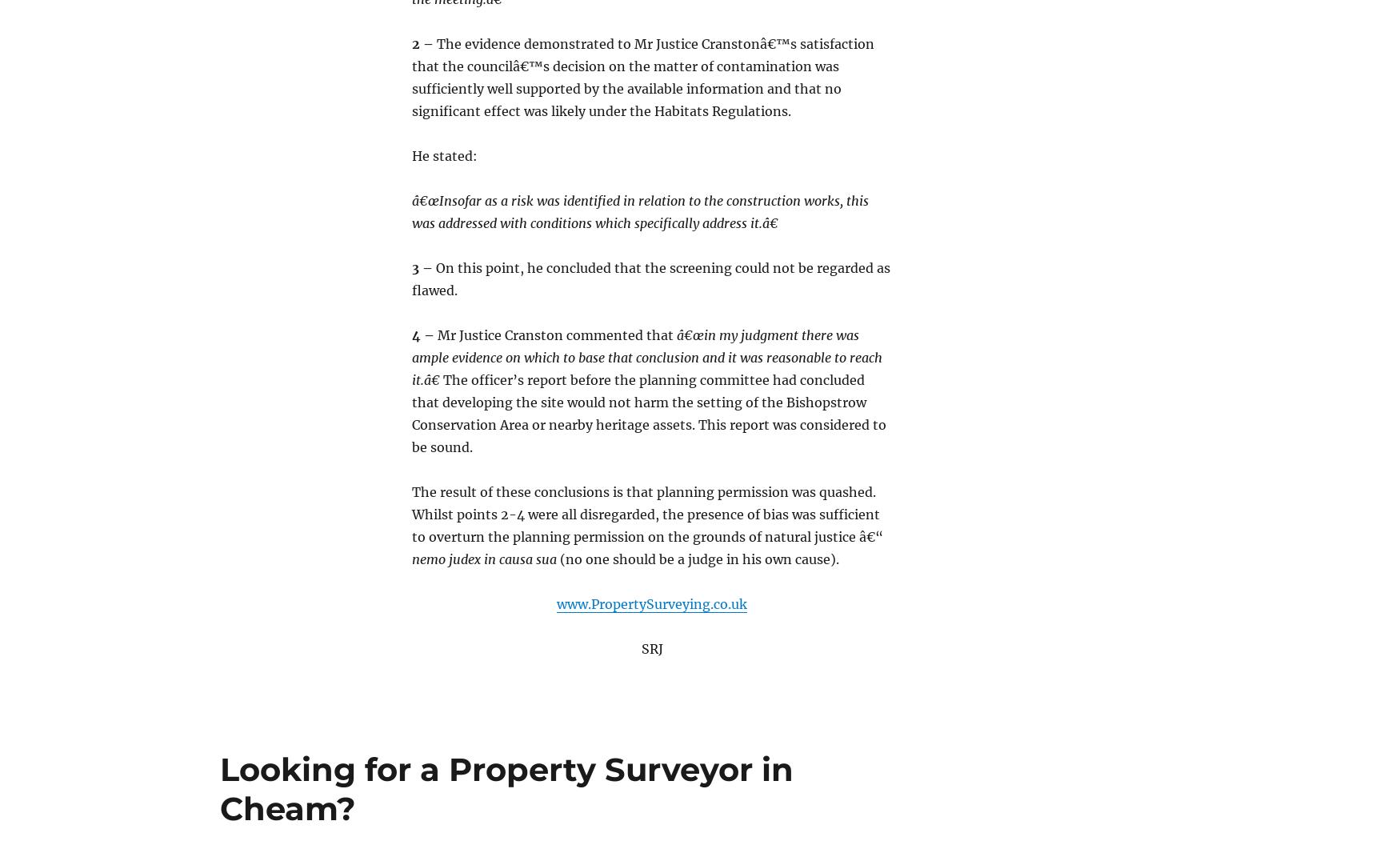  Describe the element at coordinates (443, 154) in the screenshot. I see `'He stated:'` at that location.